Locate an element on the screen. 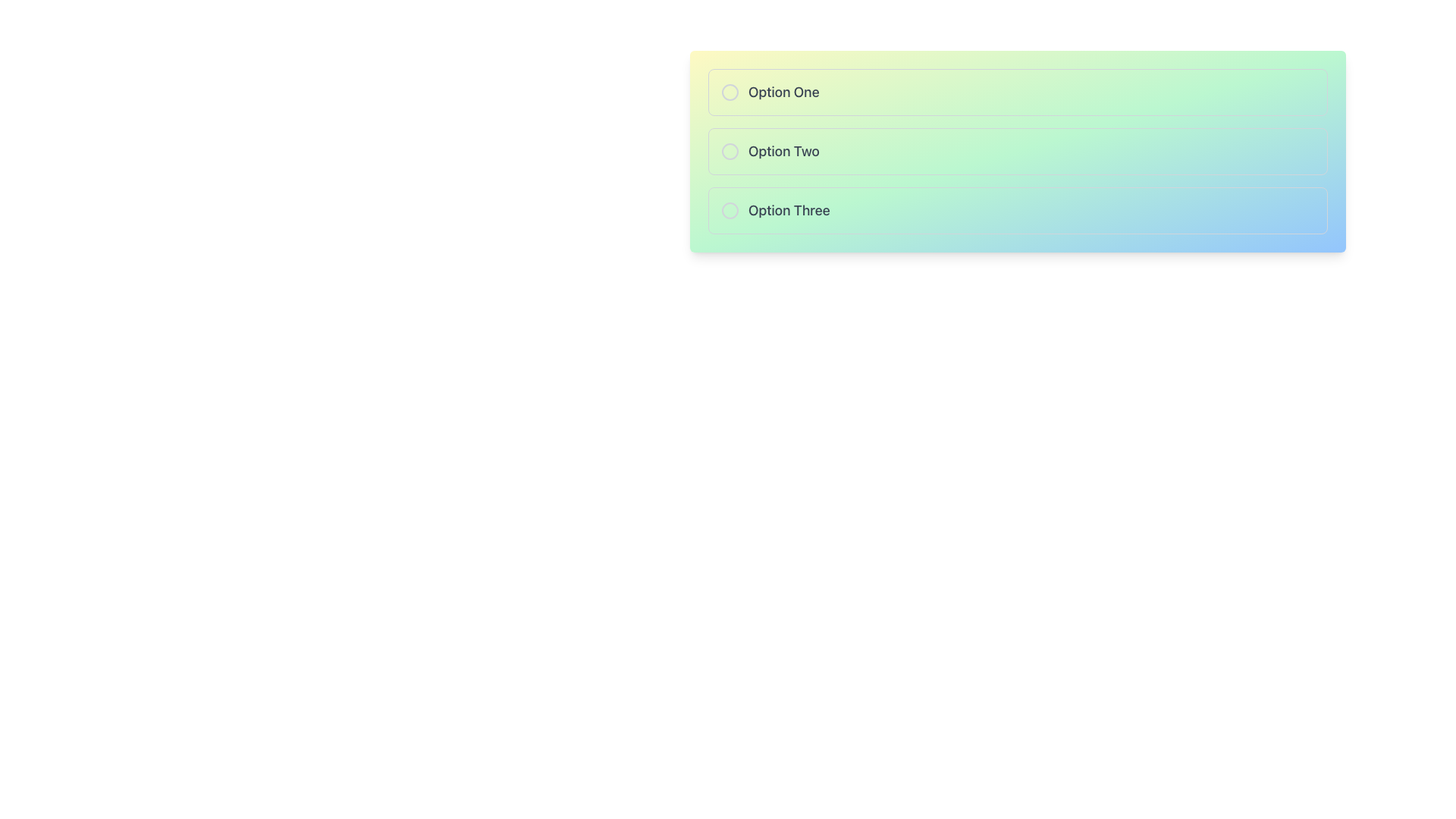 This screenshot has width=1456, height=819. the radio button circle for 'Option Three' is located at coordinates (730, 210).